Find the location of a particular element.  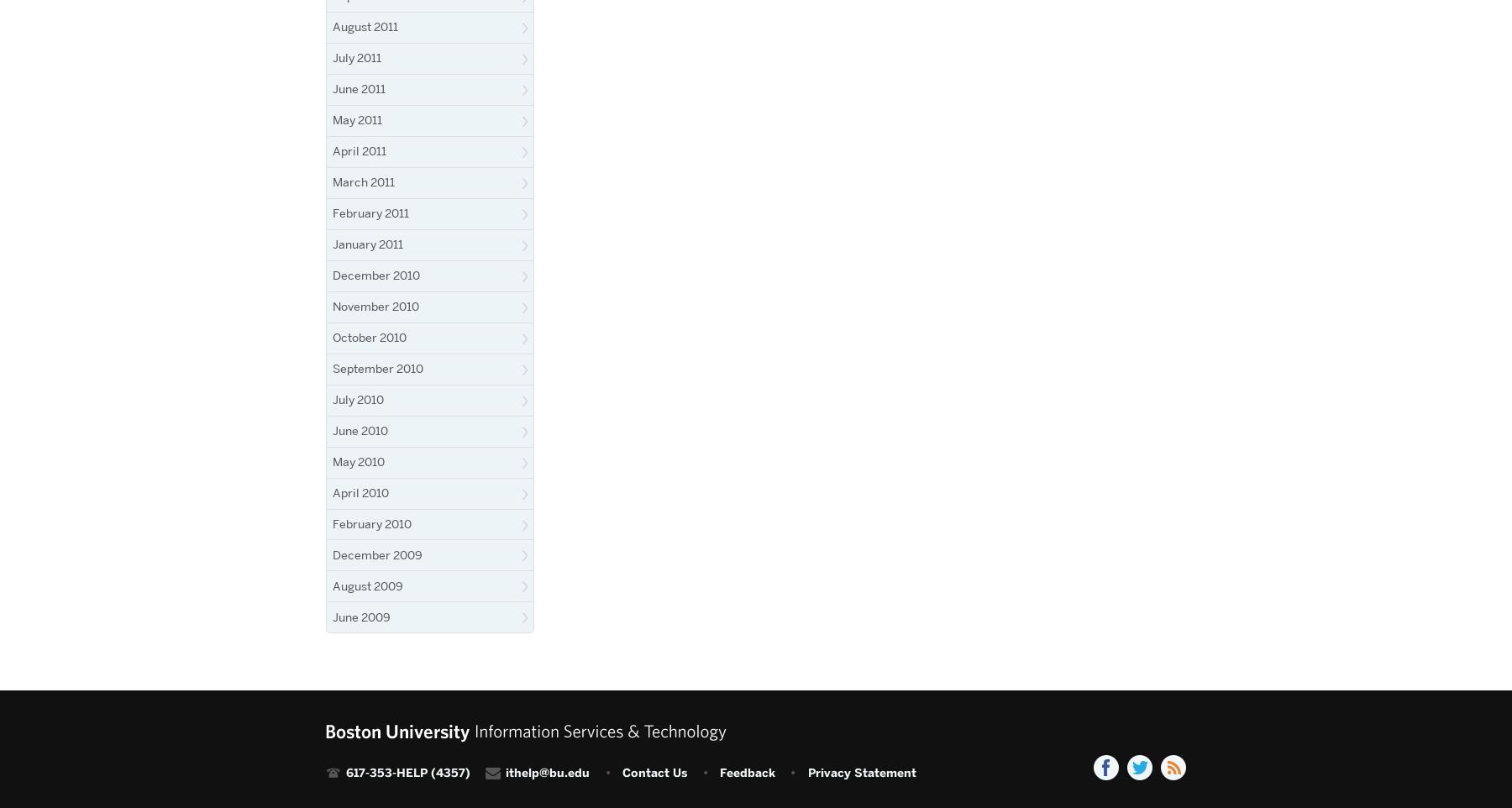

'November 2010' is located at coordinates (375, 306).